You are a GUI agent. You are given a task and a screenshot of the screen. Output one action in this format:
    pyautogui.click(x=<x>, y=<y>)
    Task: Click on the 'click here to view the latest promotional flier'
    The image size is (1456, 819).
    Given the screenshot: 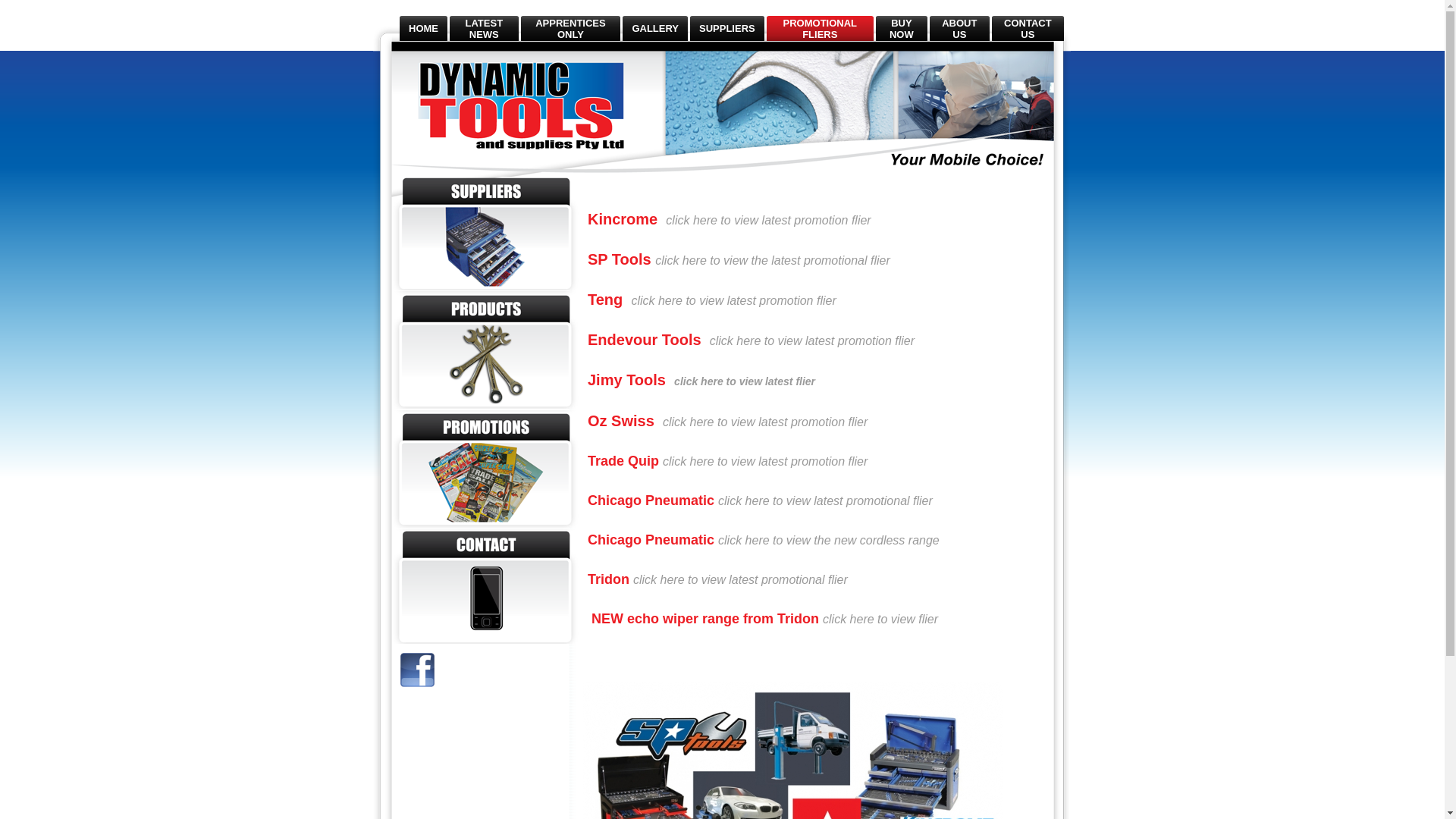 What is the action you would take?
    pyautogui.click(x=772, y=259)
    